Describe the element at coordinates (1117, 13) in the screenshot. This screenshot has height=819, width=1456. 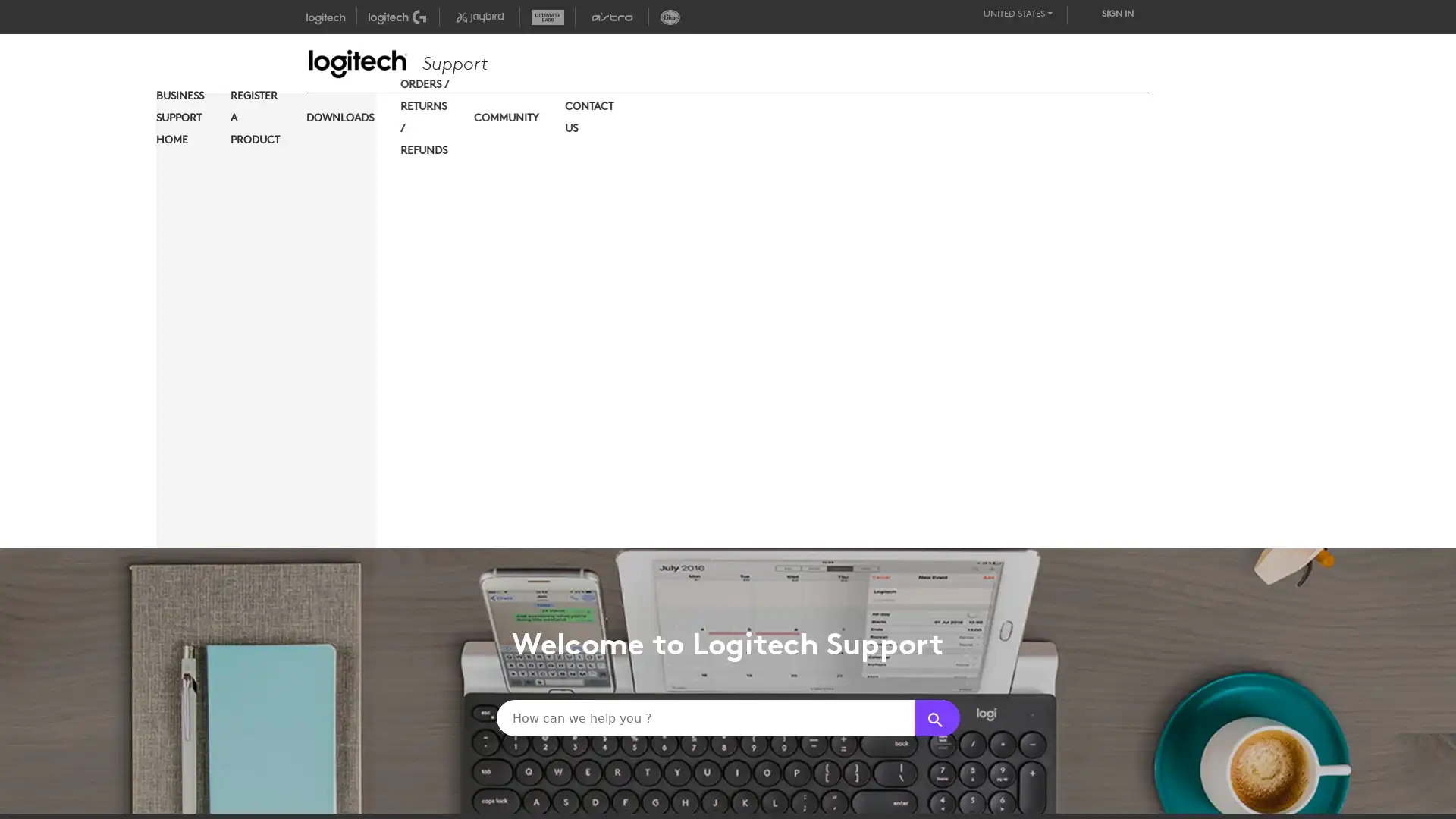
I see `SIGN IN` at that location.